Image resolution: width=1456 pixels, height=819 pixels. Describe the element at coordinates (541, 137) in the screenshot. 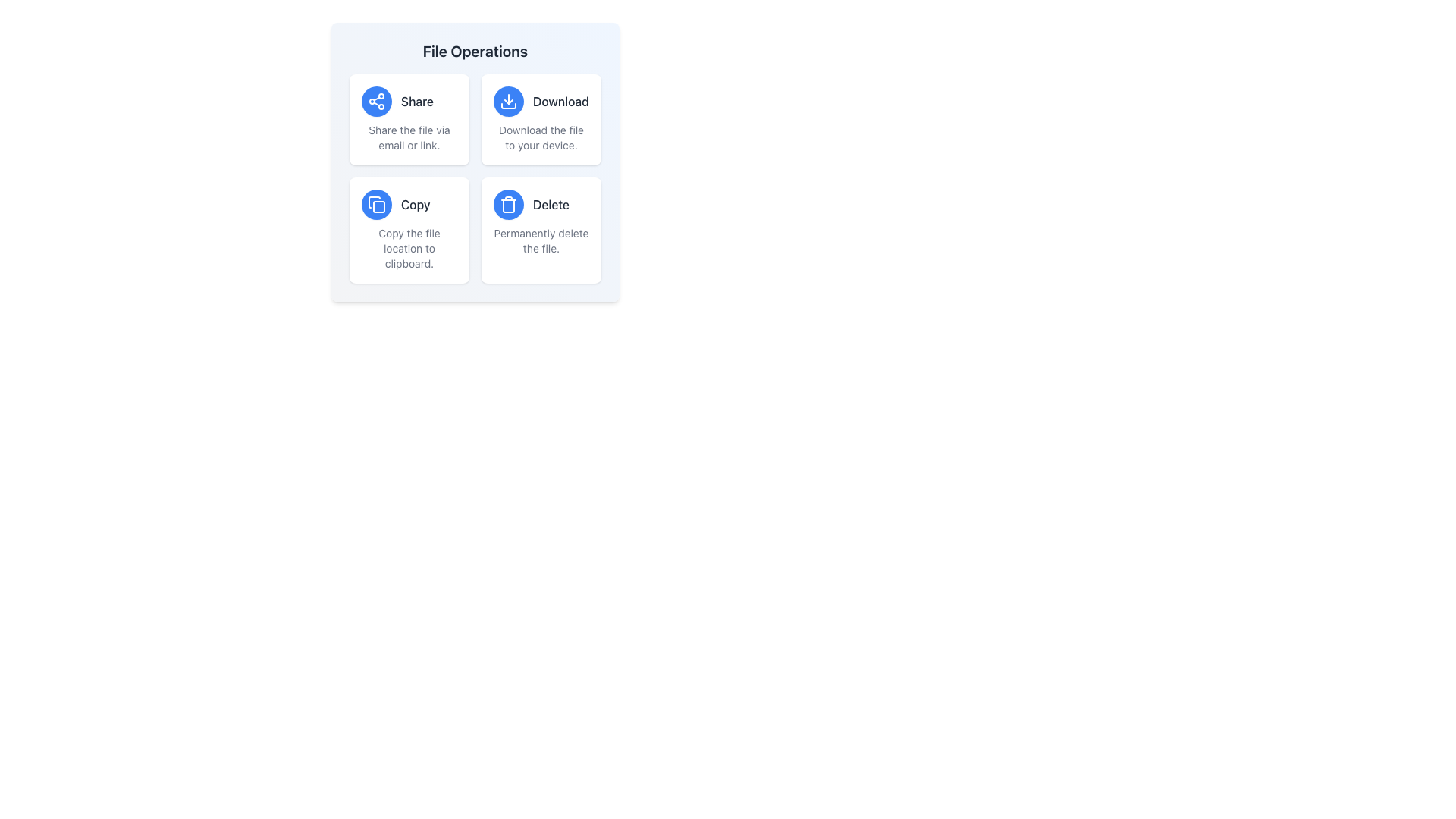

I see `the static text label that displays 'Download the file to your device.' located under the 'Download' label in the top-right card of the UI` at that location.